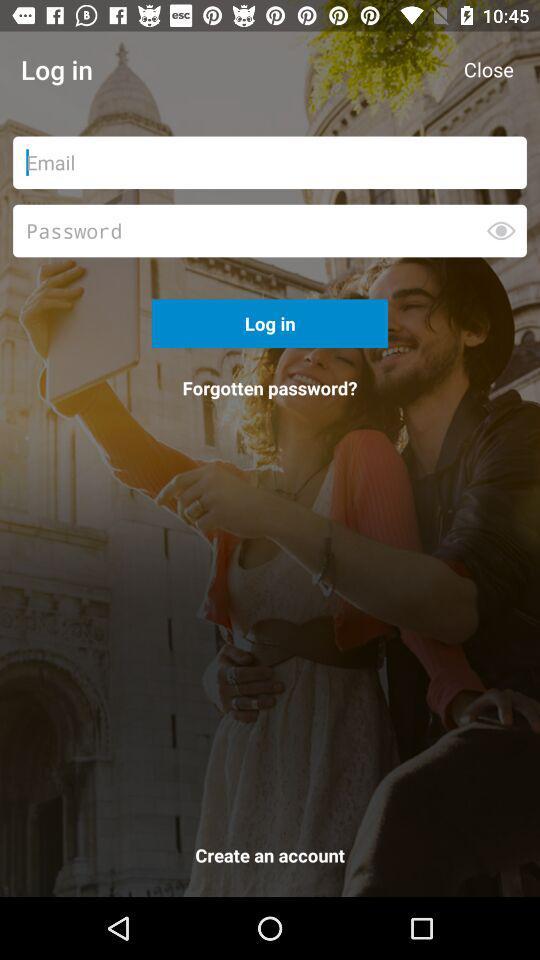 Image resolution: width=540 pixels, height=960 pixels. I want to click on icon below forgotten password? item, so click(270, 858).